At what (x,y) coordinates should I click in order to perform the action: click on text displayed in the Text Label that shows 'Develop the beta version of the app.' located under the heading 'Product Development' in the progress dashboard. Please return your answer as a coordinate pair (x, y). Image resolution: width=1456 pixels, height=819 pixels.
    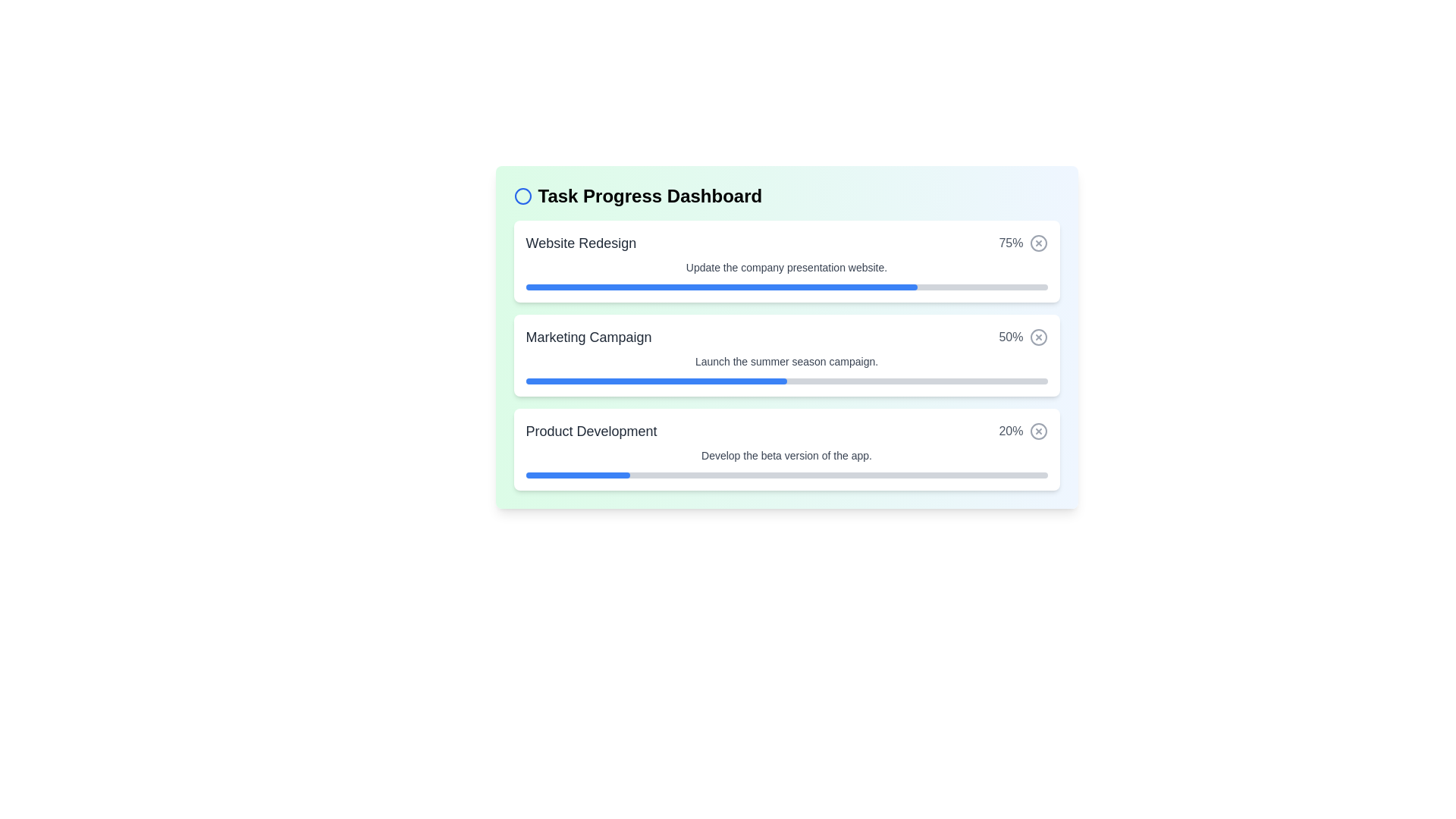
    Looking at the image, I should click on (786, 455).